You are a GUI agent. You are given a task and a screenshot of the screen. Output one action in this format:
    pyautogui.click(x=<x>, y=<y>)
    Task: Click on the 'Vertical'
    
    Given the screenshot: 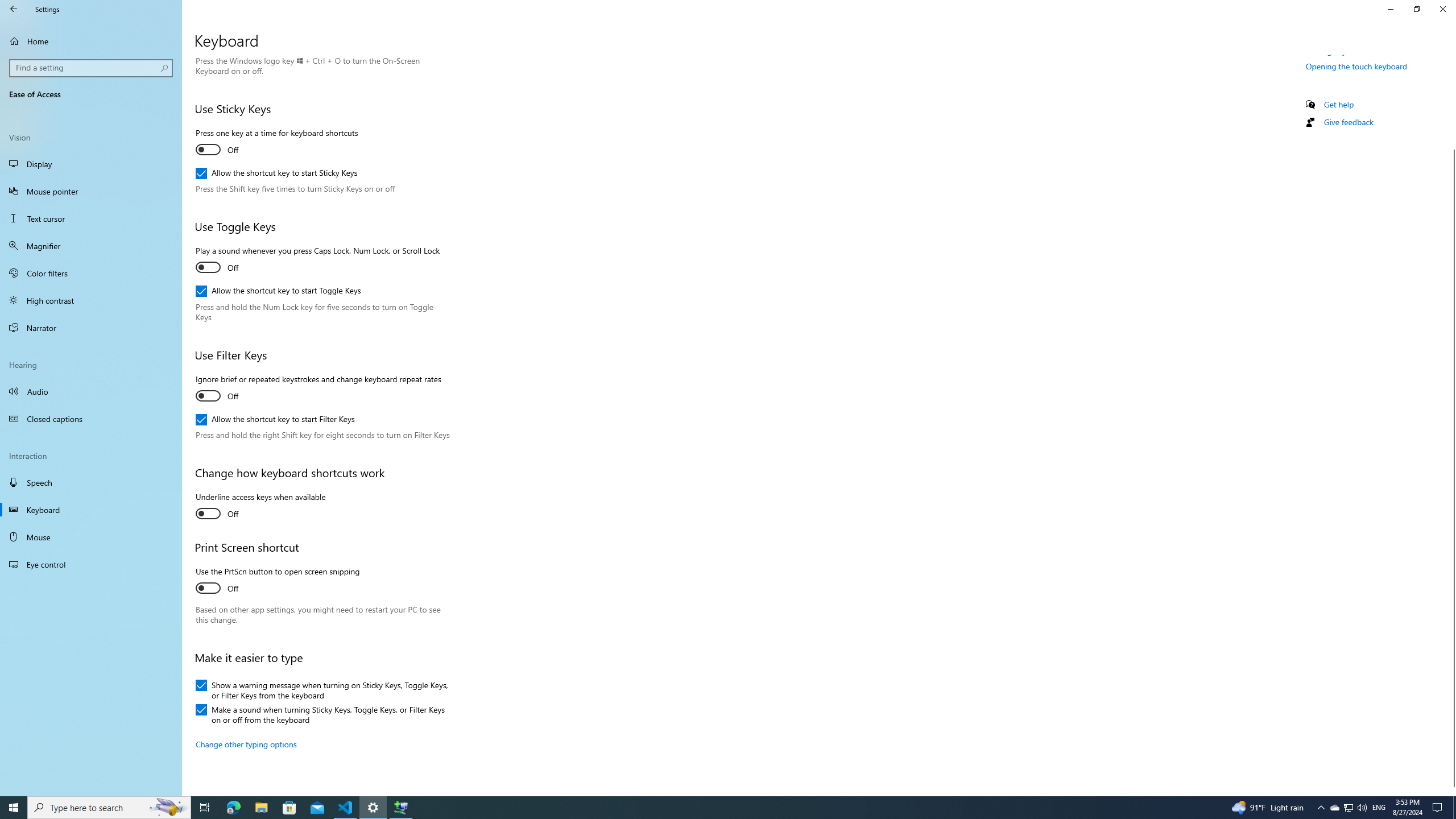 What is the action you would take?
    pyautogui.click(x=1451, y=425)
    